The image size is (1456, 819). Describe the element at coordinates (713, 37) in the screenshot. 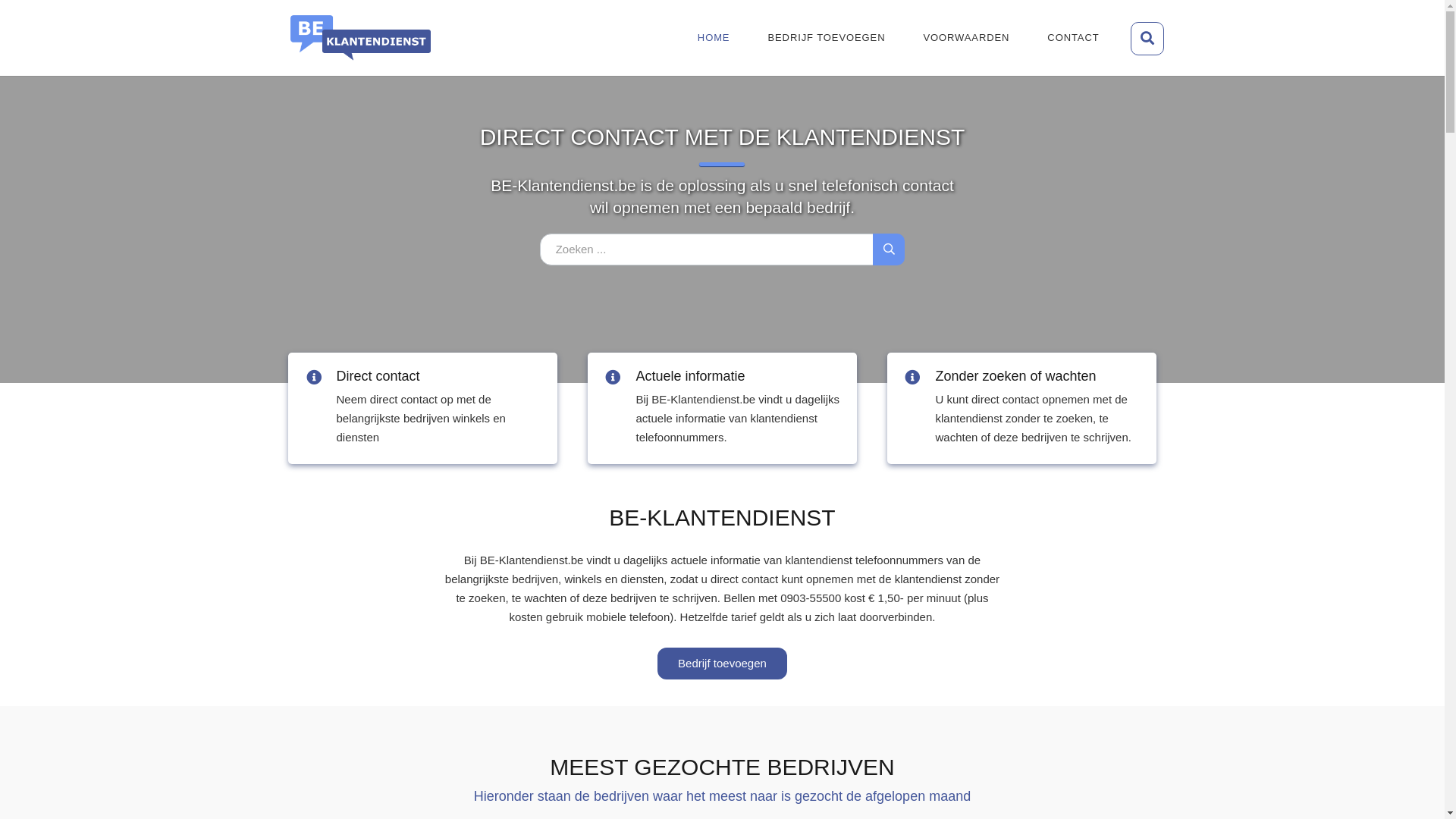

I see `'HOME'` at that location.